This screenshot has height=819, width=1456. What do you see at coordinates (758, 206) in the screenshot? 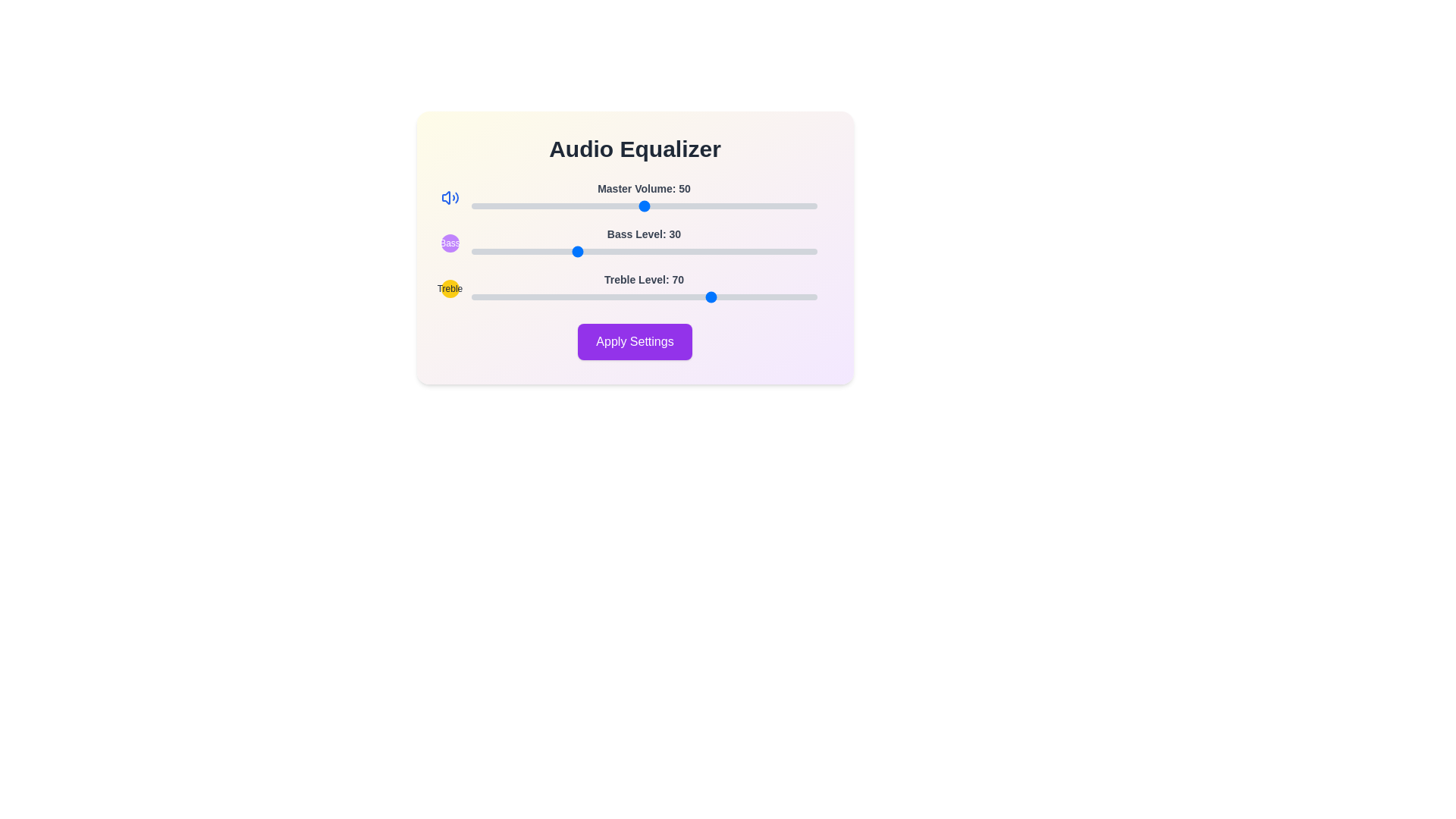
I see `Master Volume` at bounding box center [758, 206].